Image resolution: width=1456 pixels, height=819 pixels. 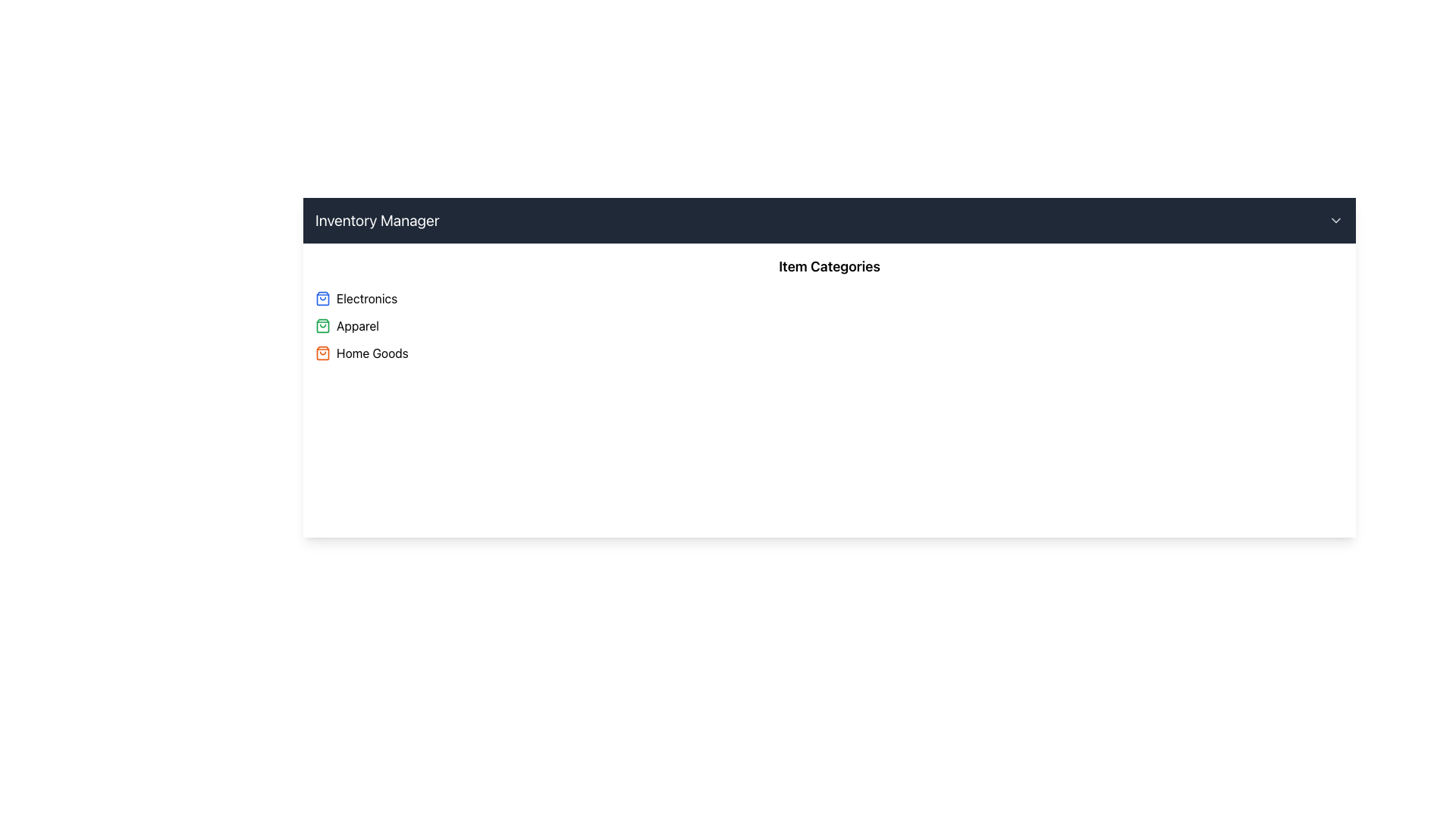 I want to click on the green shopping bag icon located immediately to the left of the 'Apparel' text, so click(x=322, y=325).